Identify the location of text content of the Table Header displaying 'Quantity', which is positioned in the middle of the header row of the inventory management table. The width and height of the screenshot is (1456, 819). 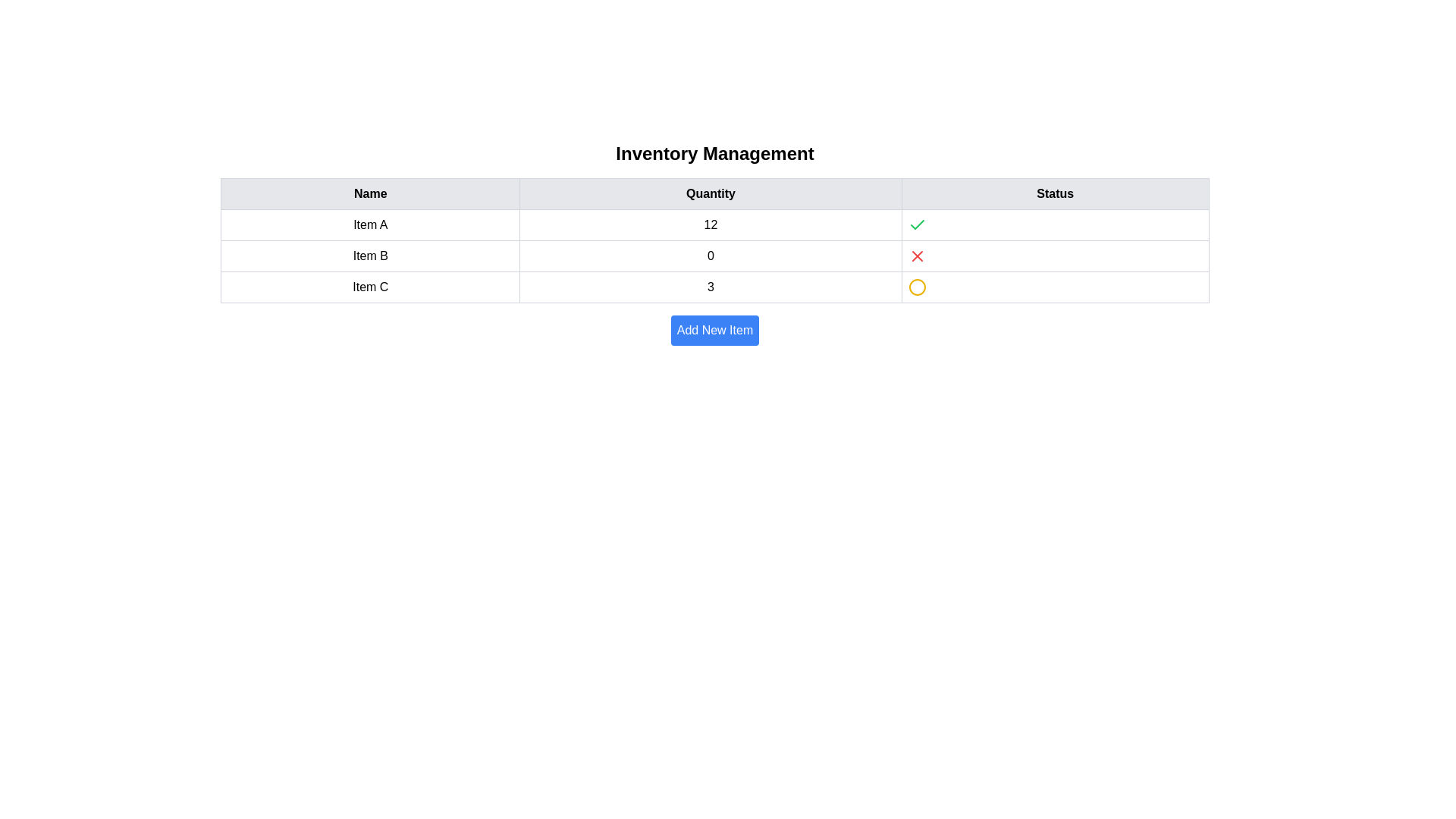
(710, 193).